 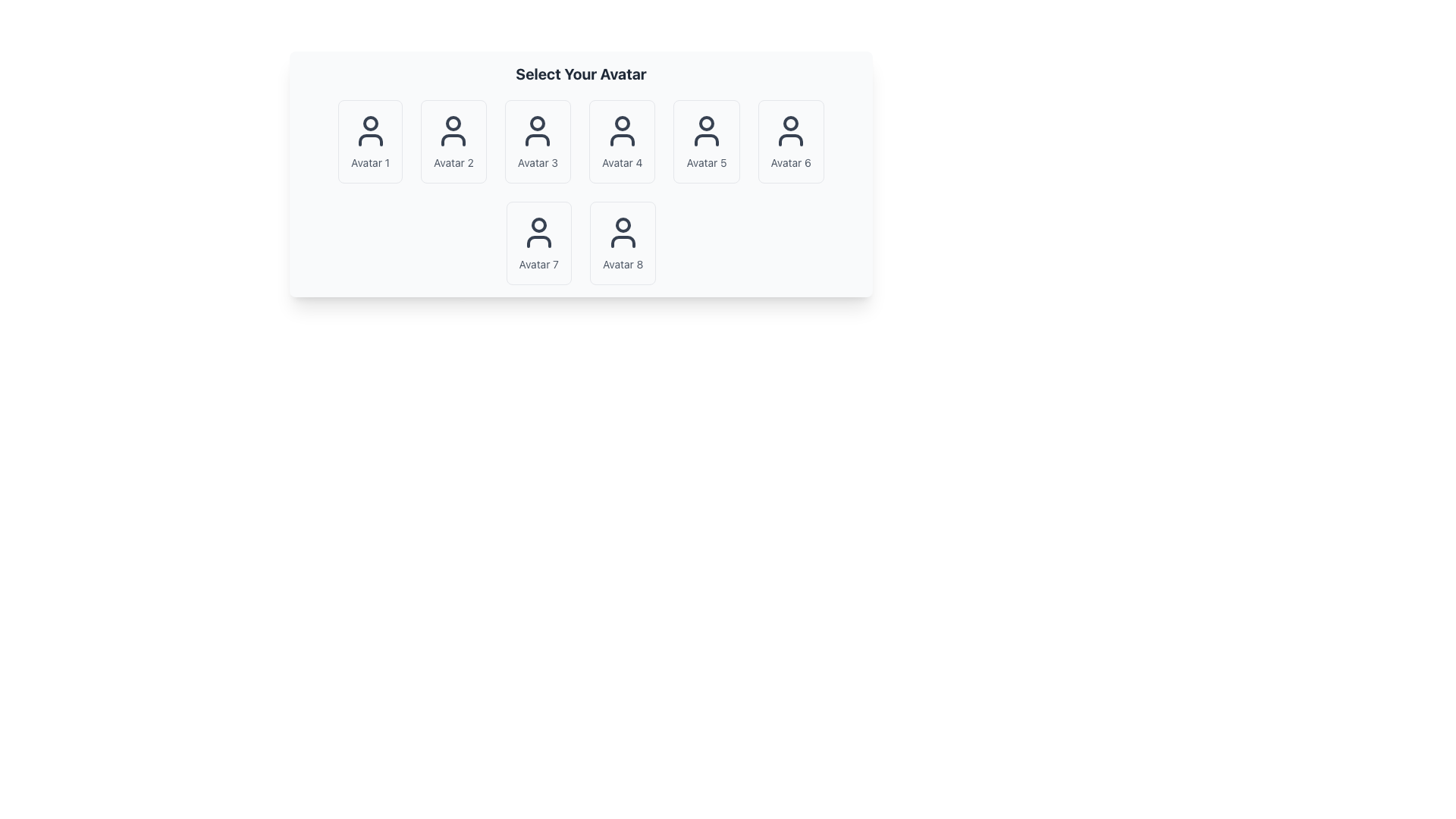 What do you see at coordinates (538, 140) in the screenshot?
I see `Vector graphic representing the user torso segment for 'Avatar 3' in the 'Select Your Avatar' section by clicking on its center point` at bounding box center [538, 140].